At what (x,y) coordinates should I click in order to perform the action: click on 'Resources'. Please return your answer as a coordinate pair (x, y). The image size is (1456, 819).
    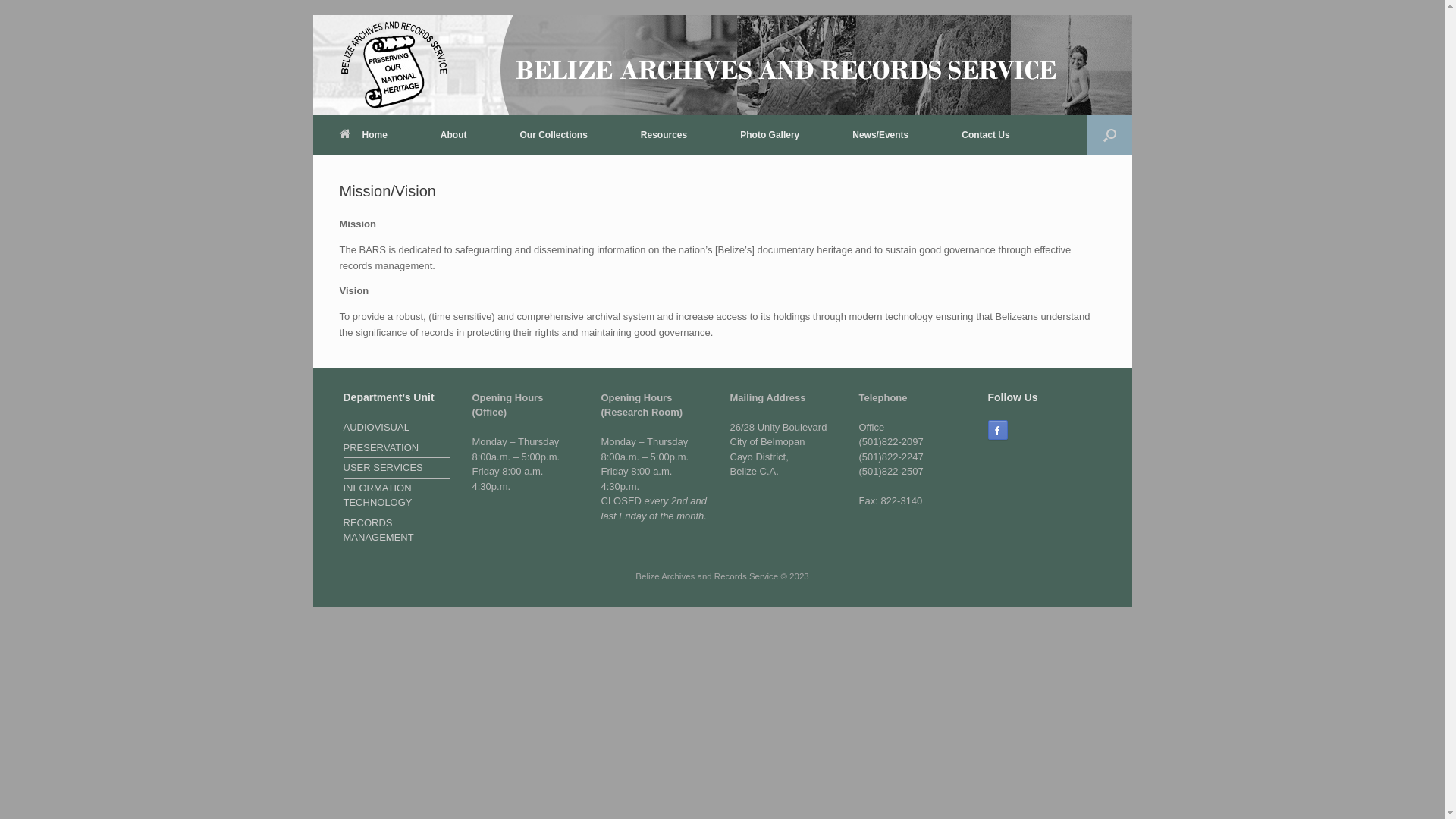
    Looking at the image, I should click on (664, 133).